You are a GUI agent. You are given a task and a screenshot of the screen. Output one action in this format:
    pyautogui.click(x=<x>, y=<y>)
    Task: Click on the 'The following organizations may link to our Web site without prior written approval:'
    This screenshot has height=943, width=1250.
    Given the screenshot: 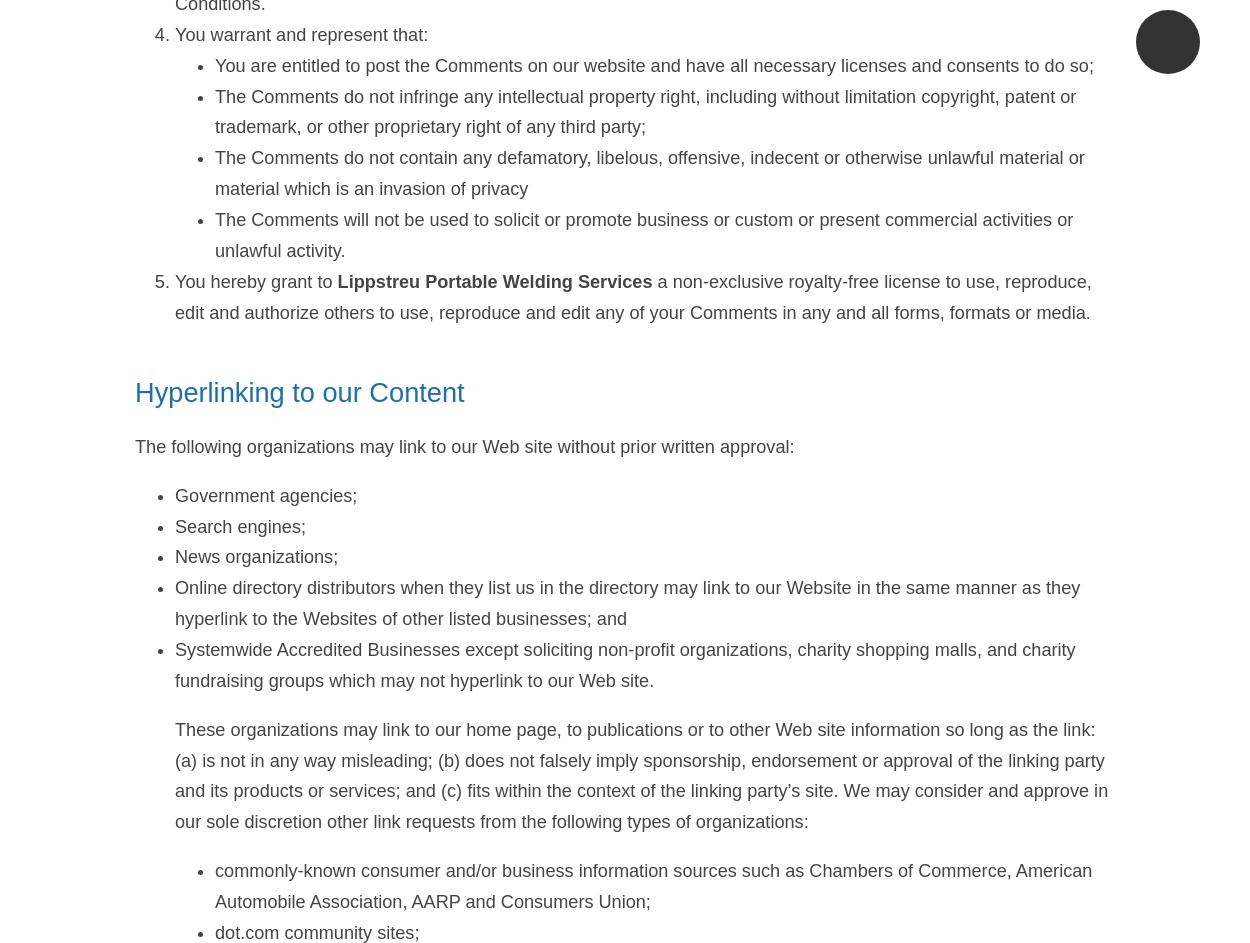 What is the action you would take?
    pyautogui.click(x=135, y=446)
    